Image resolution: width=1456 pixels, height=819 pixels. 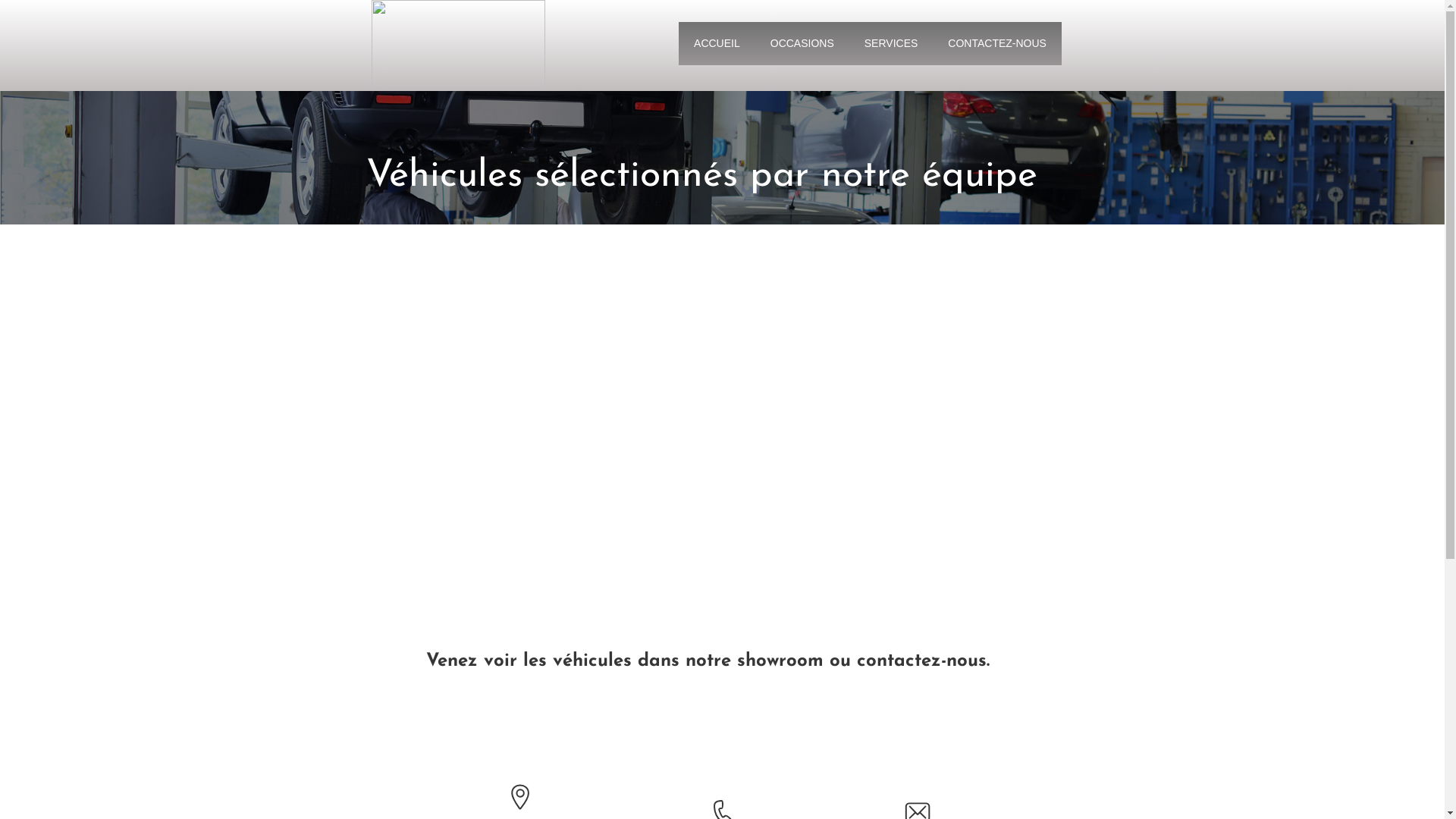 I want to click on 'ACCUEIL', so click(x=716, y=42).